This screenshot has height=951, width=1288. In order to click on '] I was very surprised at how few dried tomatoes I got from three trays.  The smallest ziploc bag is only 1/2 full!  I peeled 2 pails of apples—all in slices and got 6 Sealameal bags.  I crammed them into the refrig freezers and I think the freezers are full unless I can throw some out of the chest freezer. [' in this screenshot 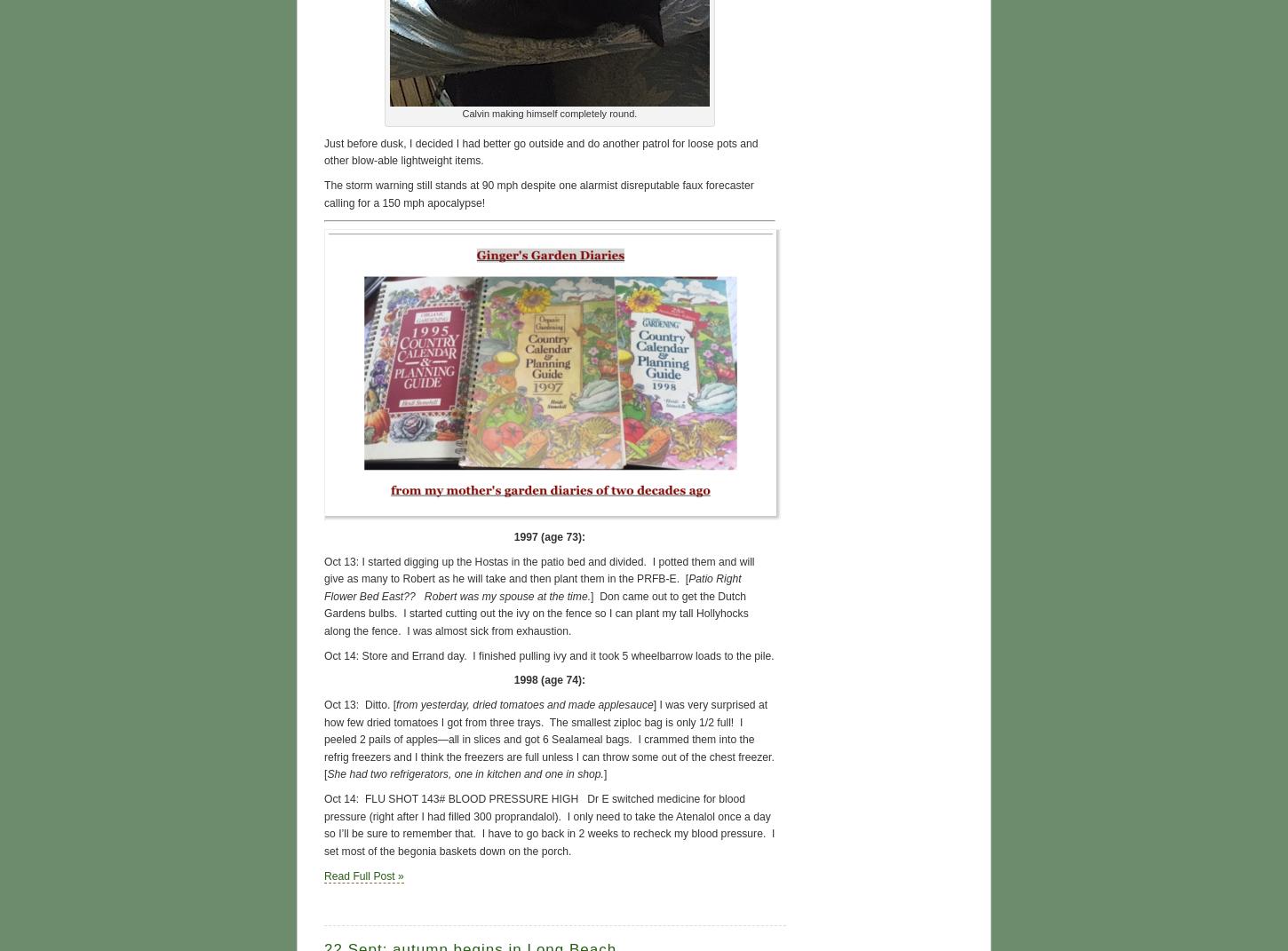, I will do `click(322, 739)`.